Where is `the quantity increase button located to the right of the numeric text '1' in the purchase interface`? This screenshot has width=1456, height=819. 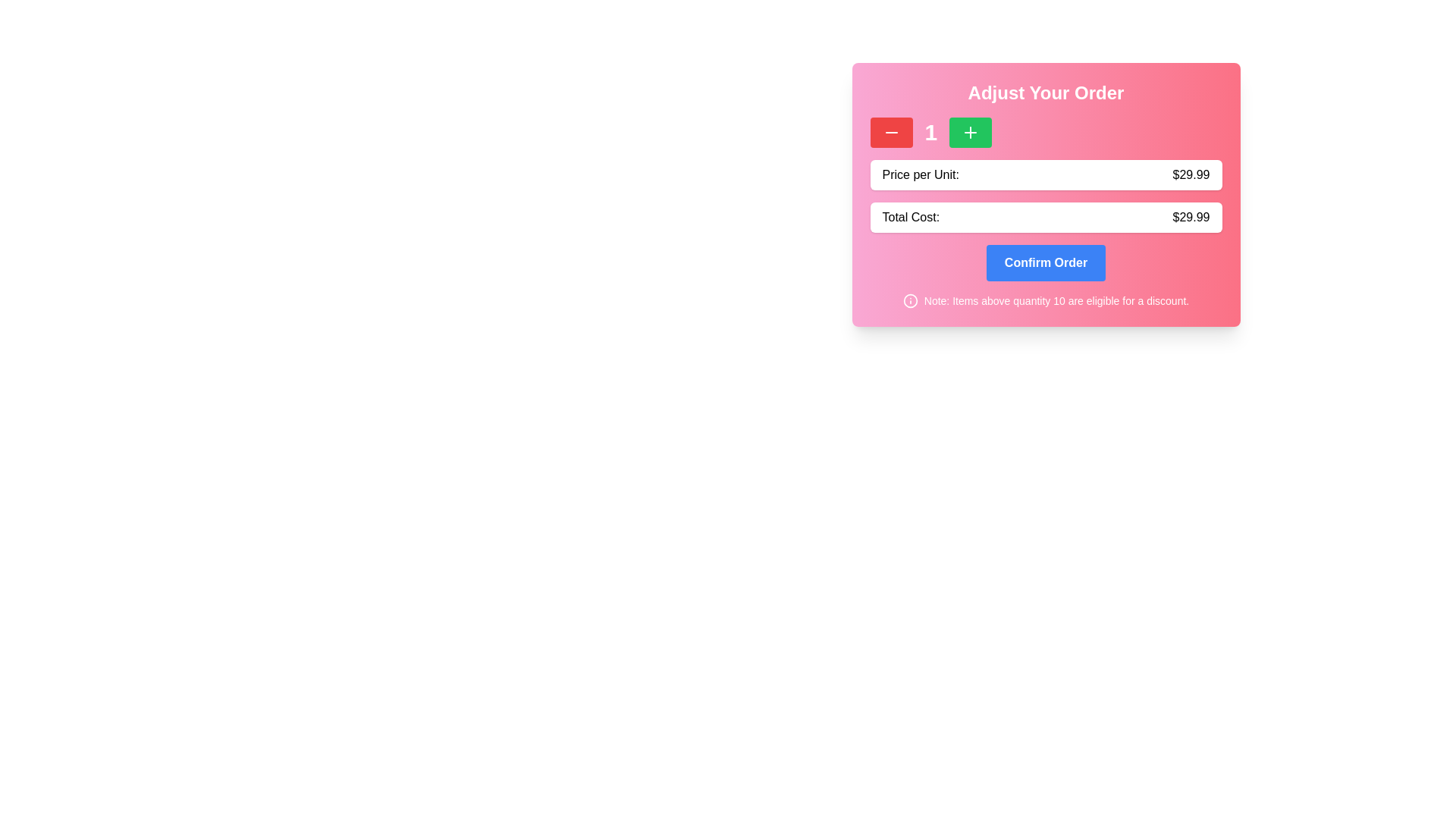 the quantity increase button located to the right of the numeric text '1' in the purchase interface is located at coordinates (971, 131).